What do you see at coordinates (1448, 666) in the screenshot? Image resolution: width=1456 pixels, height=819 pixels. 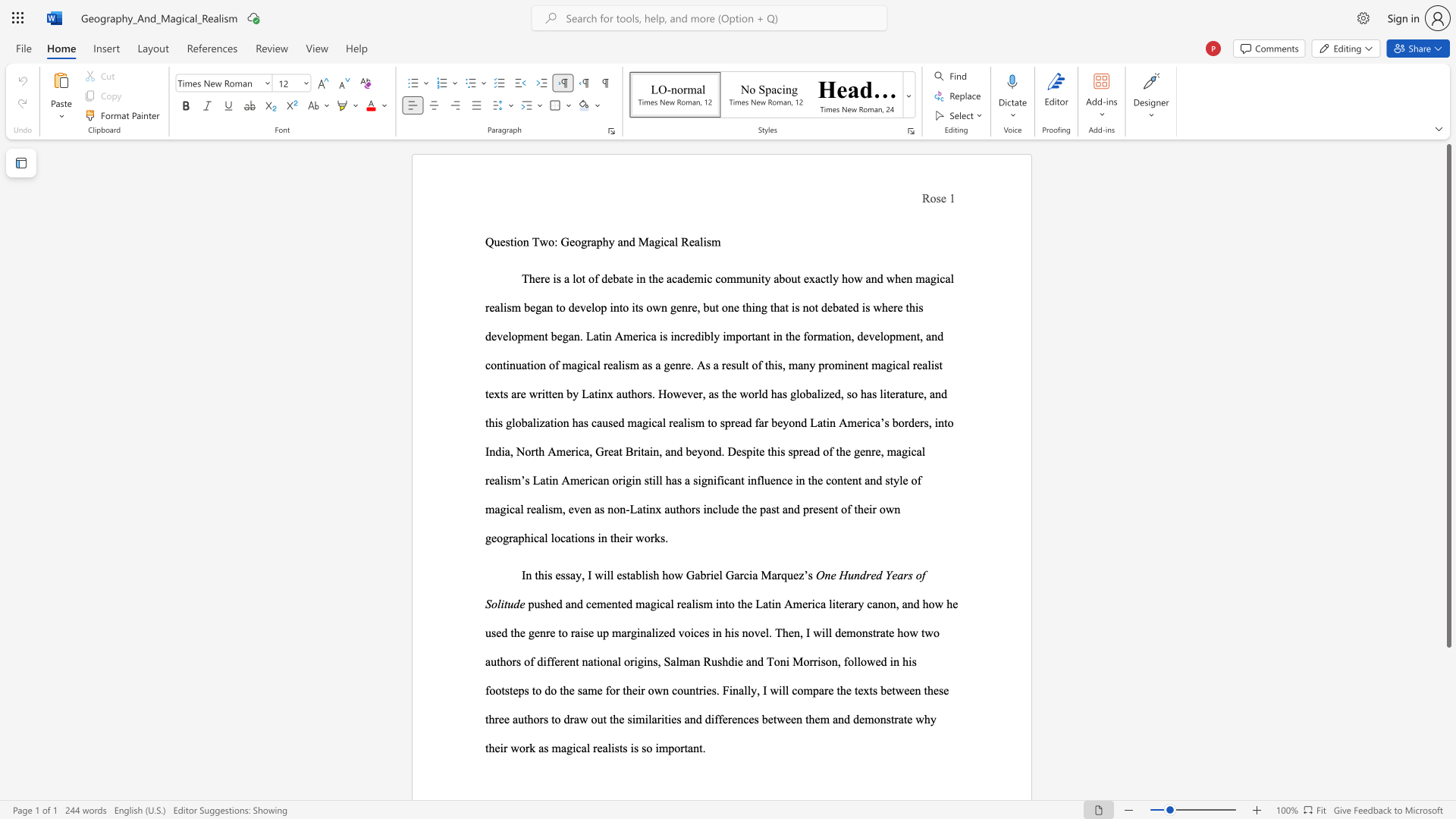 I see `the scrollbar to move the content lower` at bounding box center [1448, 666].